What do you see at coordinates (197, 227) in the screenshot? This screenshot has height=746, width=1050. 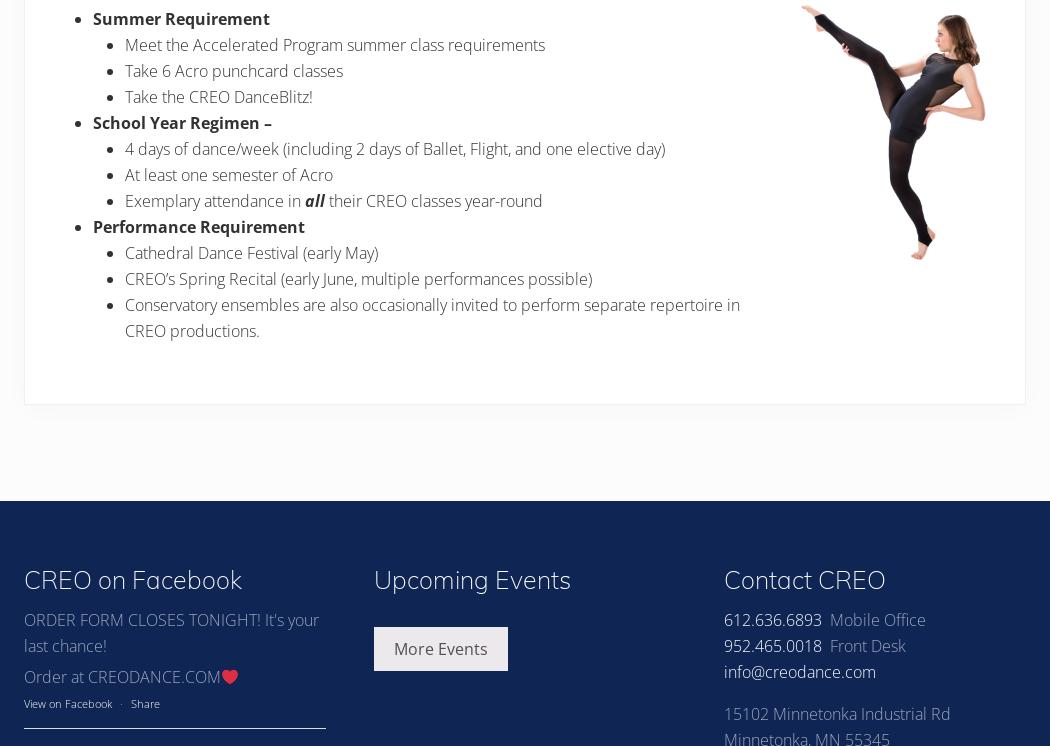 I see `'Performance Requirement'` at bounding box center [197, 227].